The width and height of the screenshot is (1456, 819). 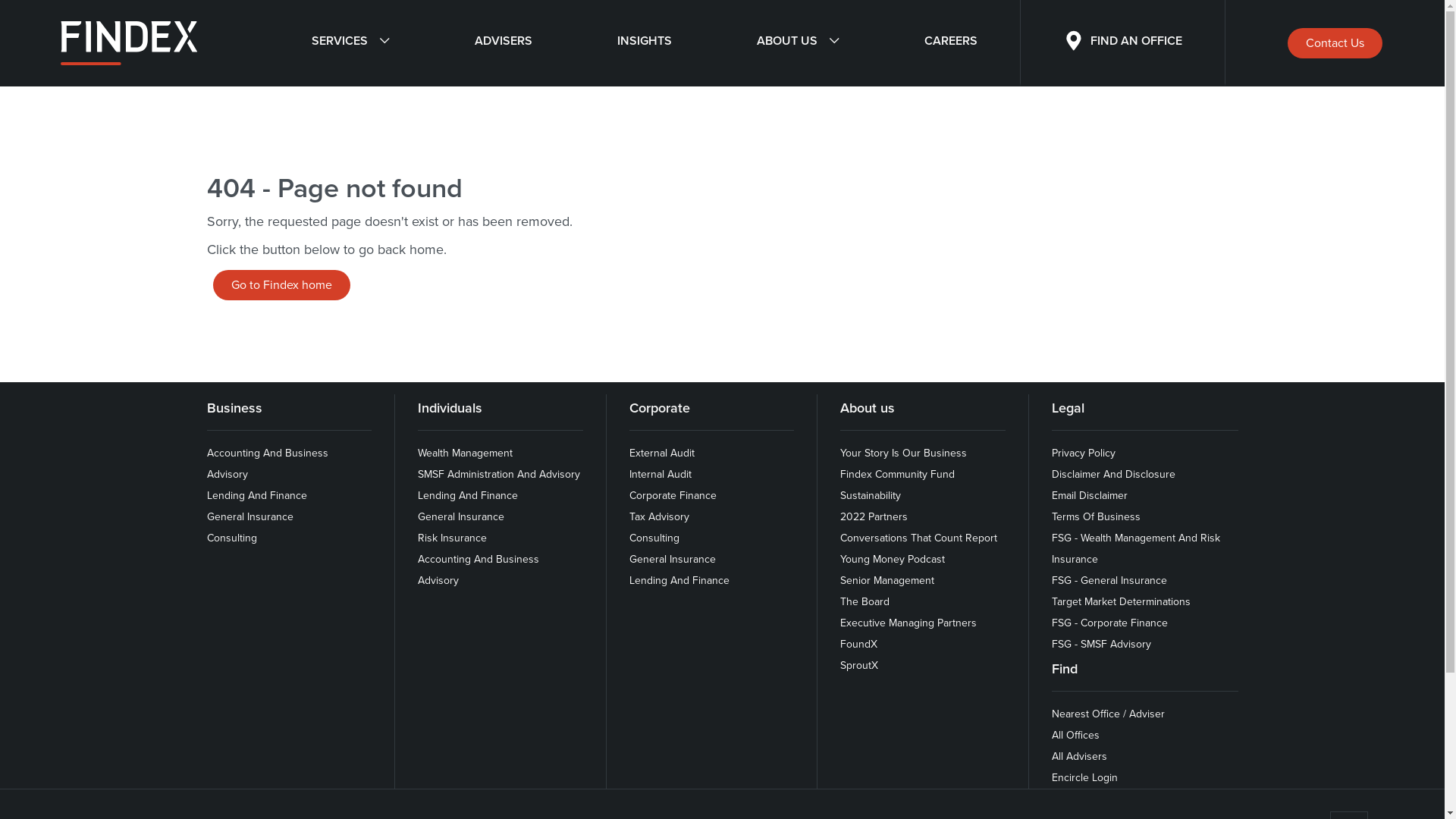 I want to click on 'Email Disclaimer', so click(x=1088, y=495).